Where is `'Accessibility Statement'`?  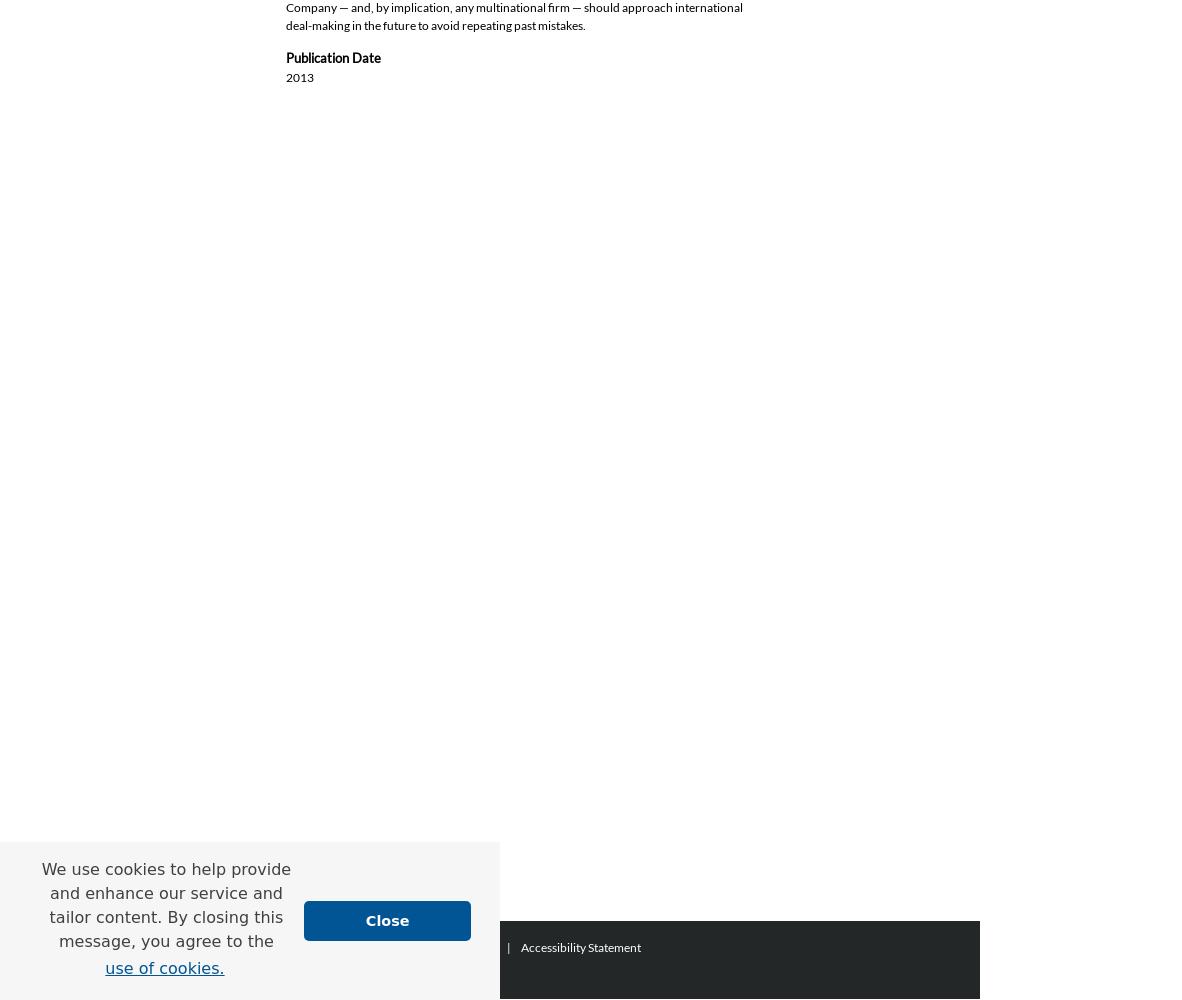 'Accessibility Statement' is located at coordinates (521, 946).